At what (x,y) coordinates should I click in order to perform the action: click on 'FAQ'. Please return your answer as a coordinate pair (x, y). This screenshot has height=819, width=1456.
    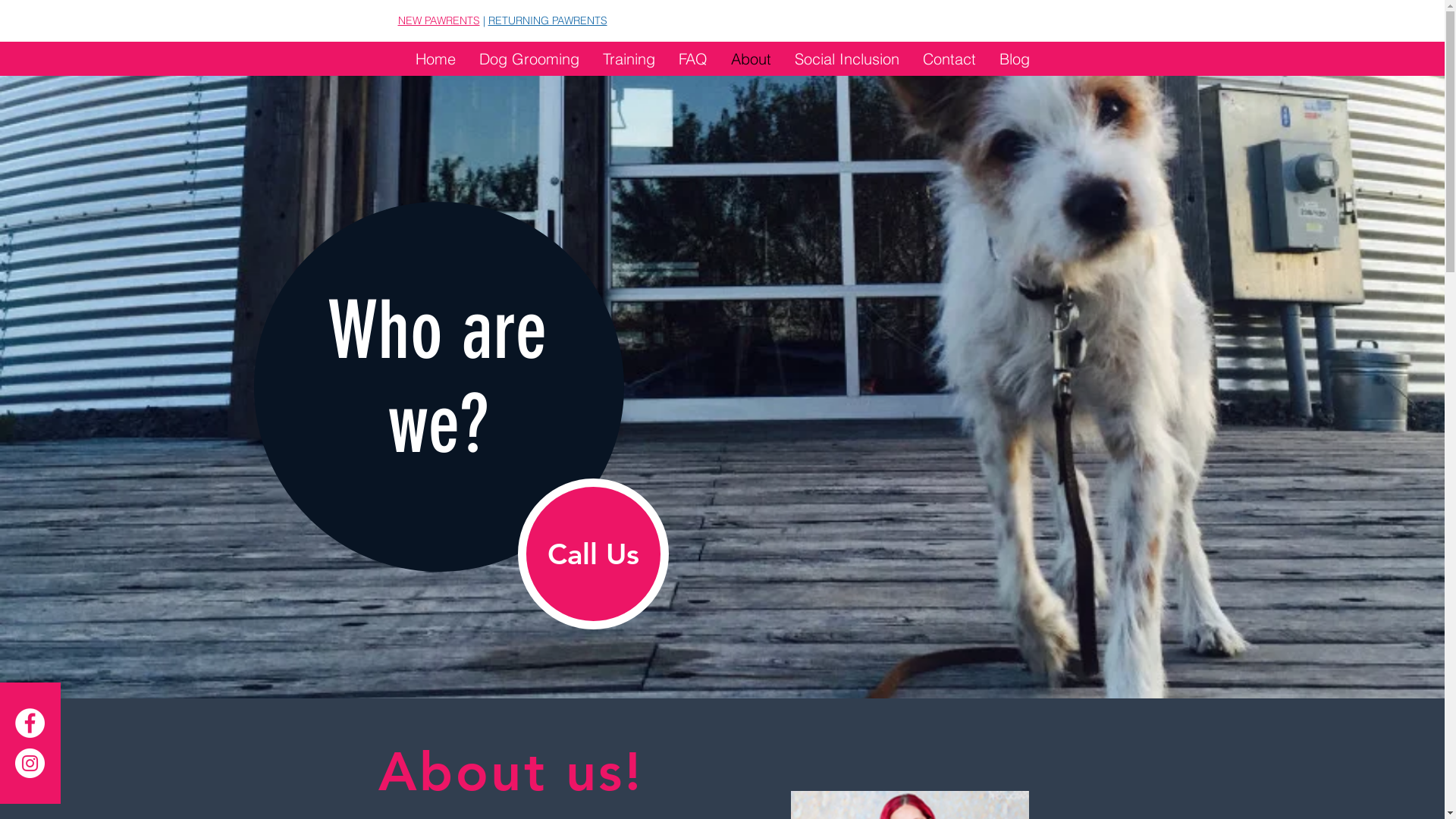
    Looking at the image, I should click on (692, 58).